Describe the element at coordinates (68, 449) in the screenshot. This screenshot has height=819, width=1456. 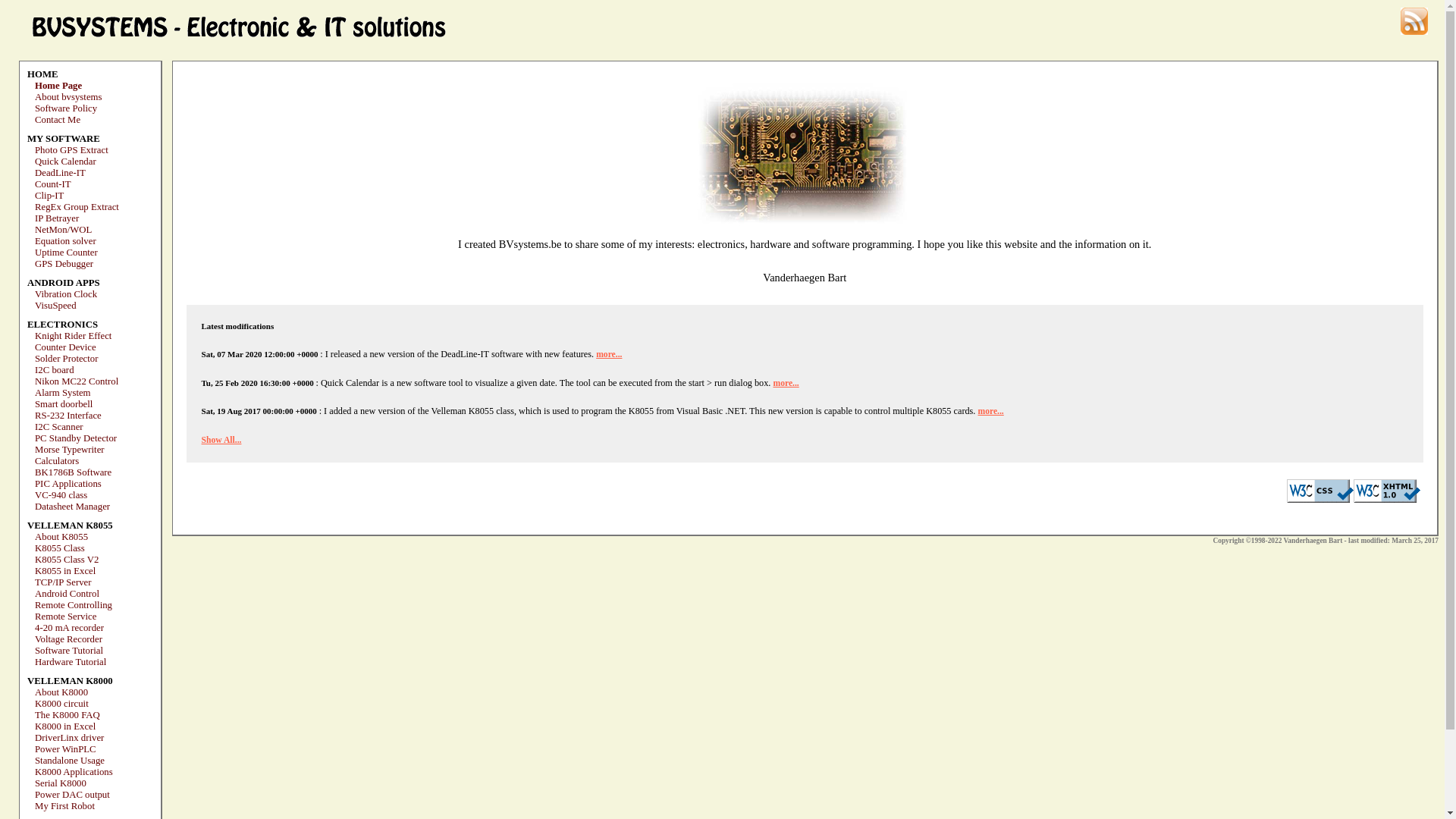
I see `'Morse Typewriter'` at that location.